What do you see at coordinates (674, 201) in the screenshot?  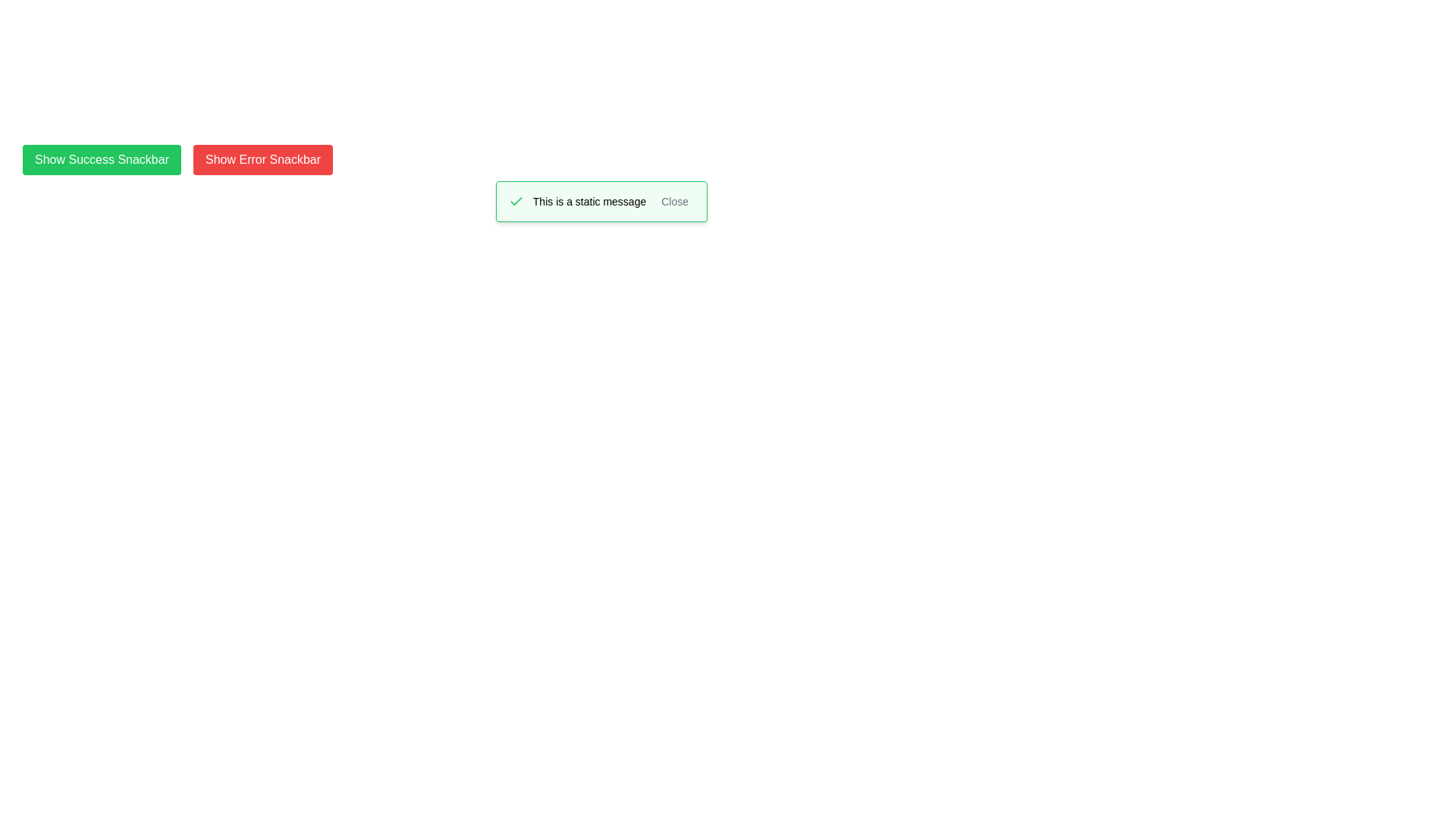 I see `the 'Close' button in the notification box` at bounding box center [674, 201].